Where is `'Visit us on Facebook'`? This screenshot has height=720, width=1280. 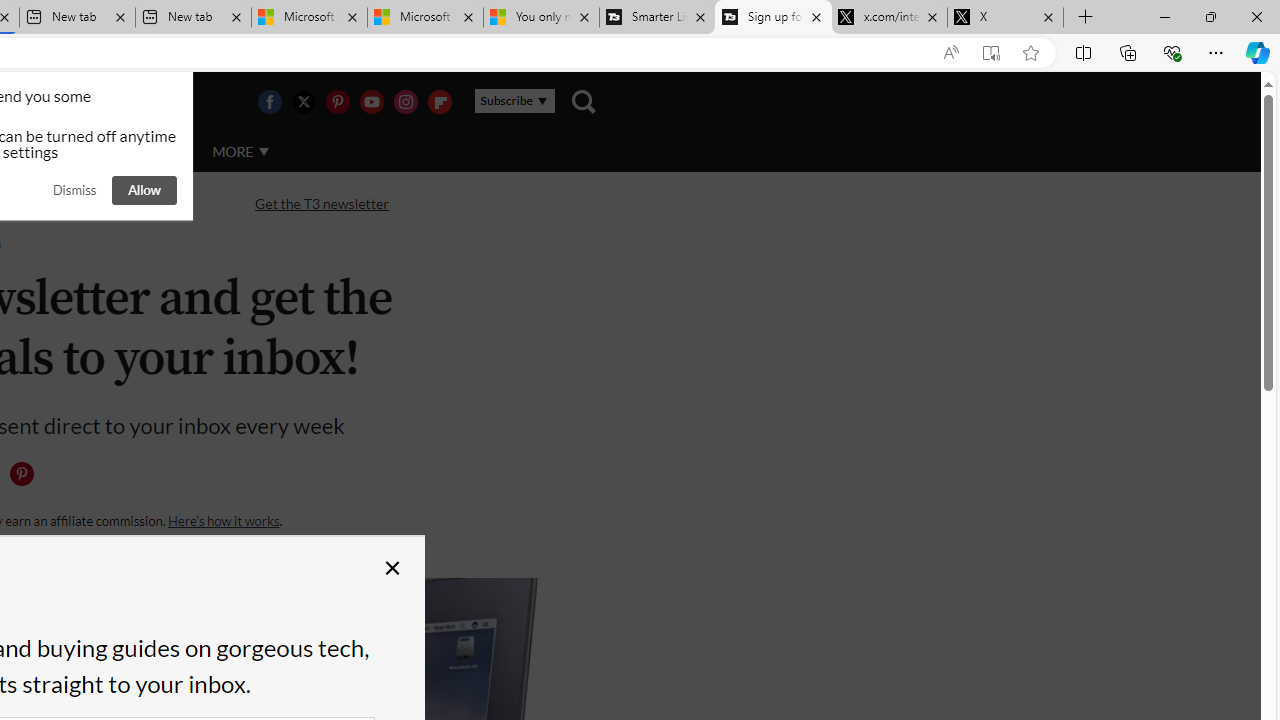 'Visit us on Facebook' is located at coordinates (268, 101).